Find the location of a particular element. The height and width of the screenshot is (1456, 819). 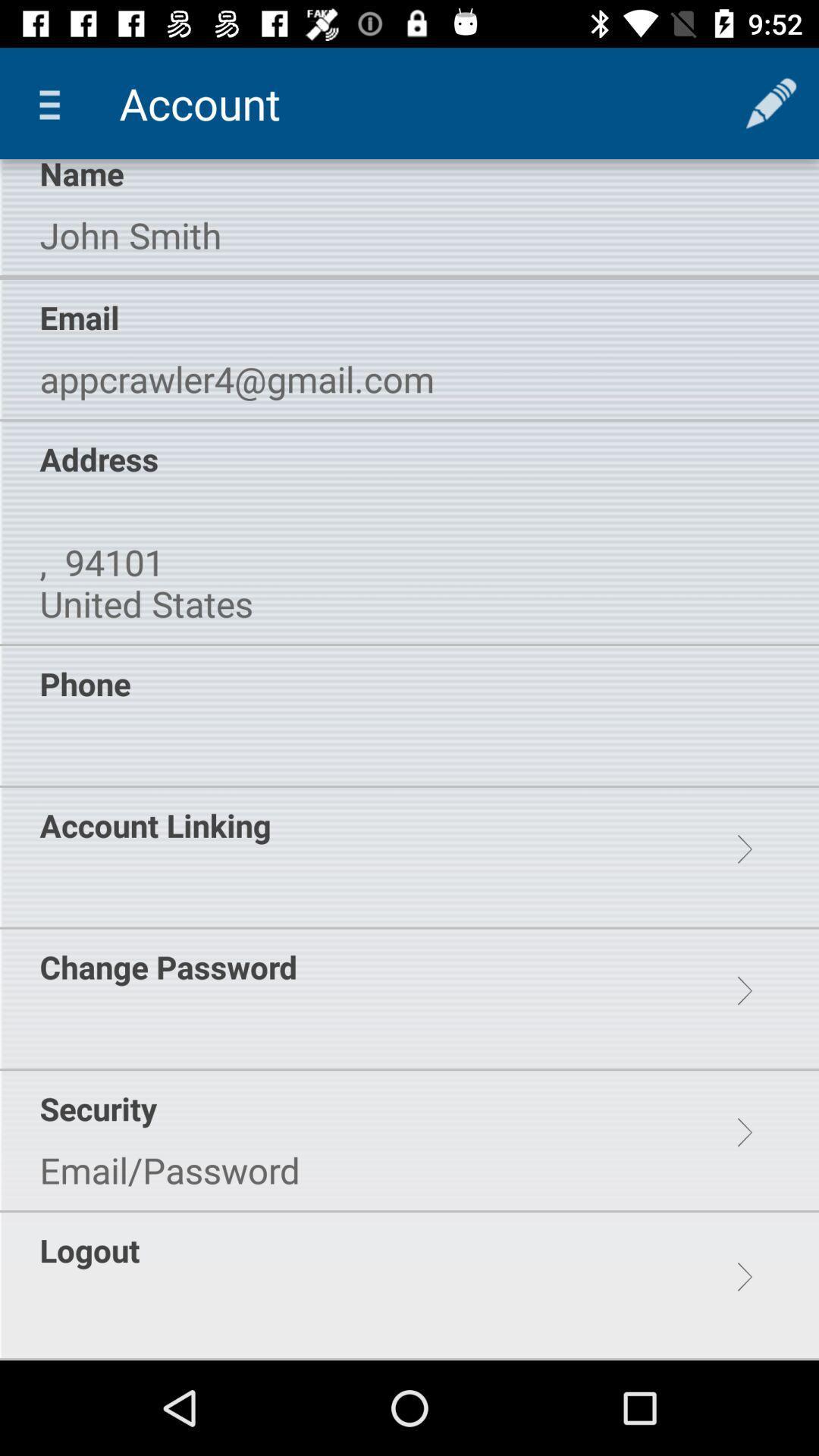

the security is located at coordinates (98, 1108).